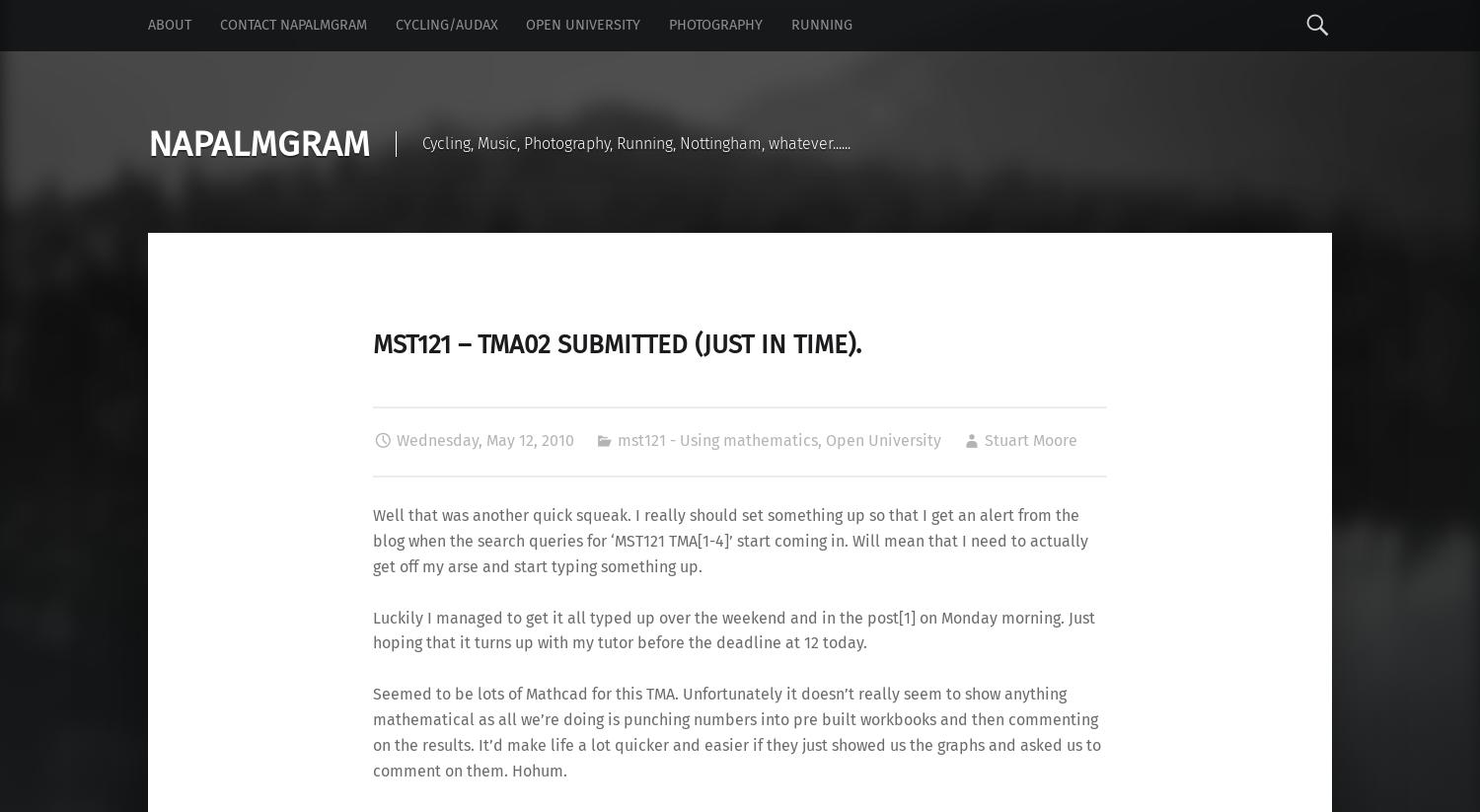 This screenshot has width=1480, height=812. Describe the element at coordinates (148, 143) in the screenshot. I see `'napalmgram'` at that location.